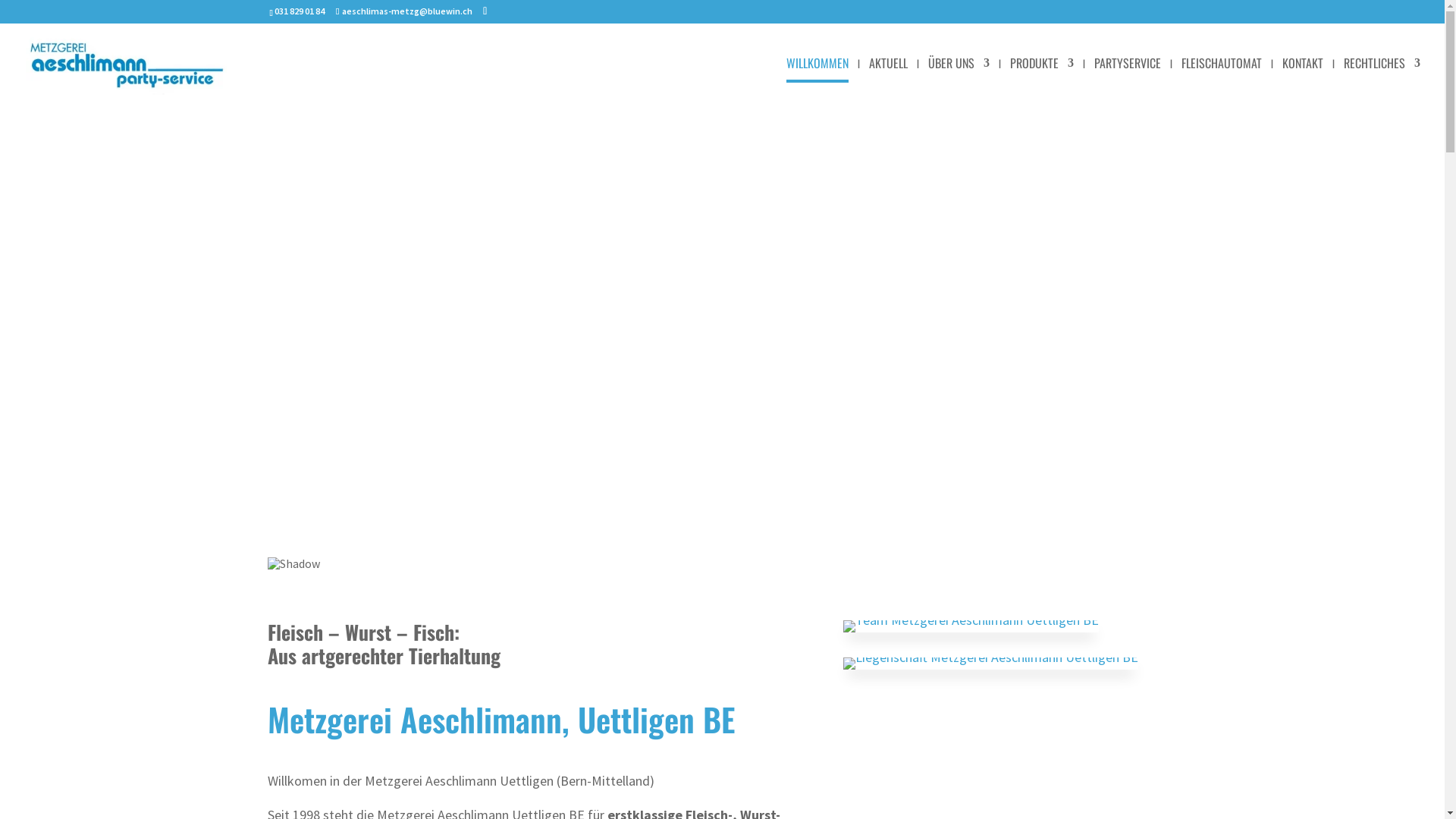 Image resolution: width=1456 pixels, height=819 pixels. Describe the element at coordinates (971, 626) in the screenshot. I see `'Team Metzgerei Aeschlimann Uettligen BE 2'` at that location.